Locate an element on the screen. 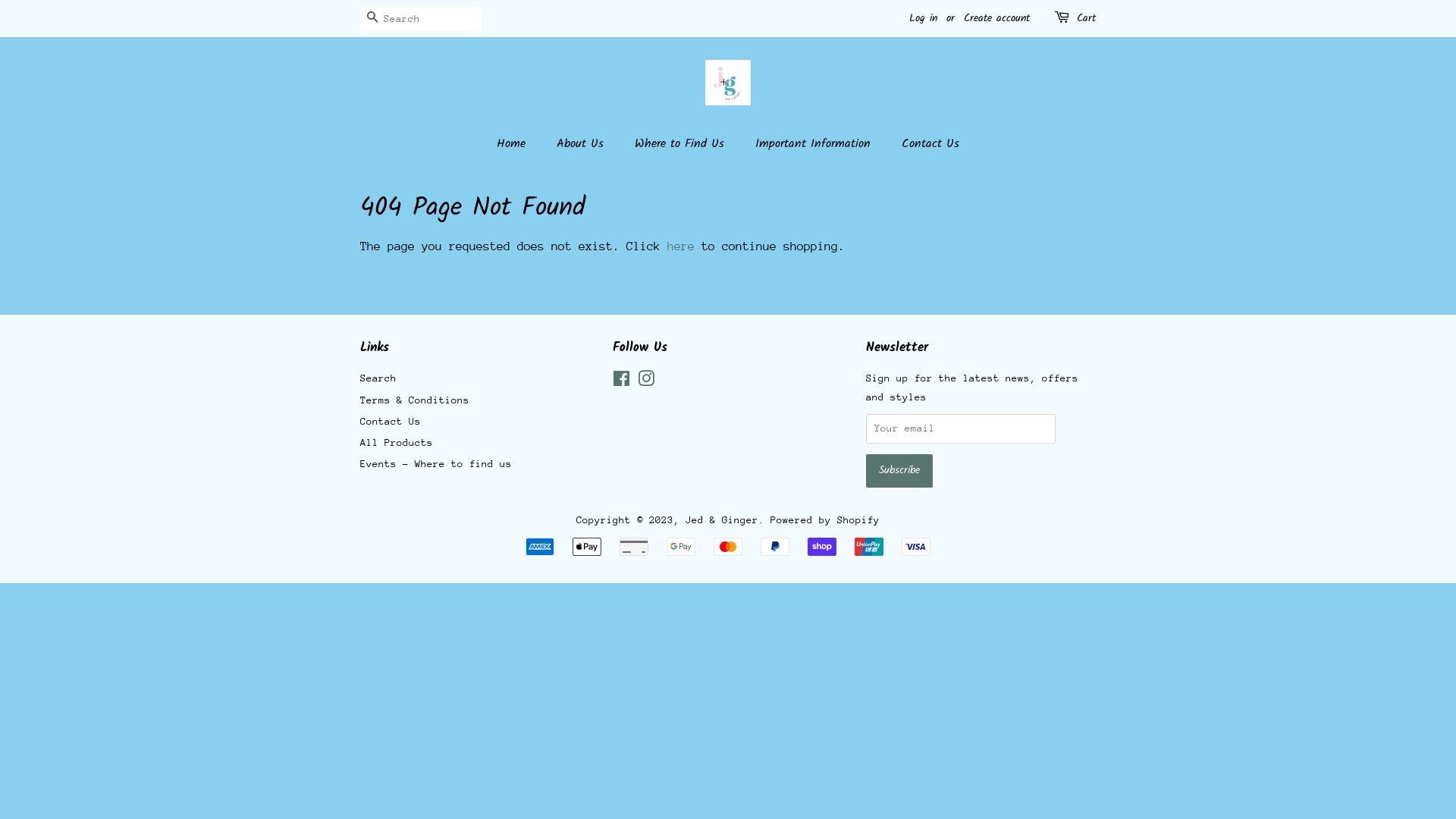 This screenshot has width=1456, height=819. 'About Us' is located at coordinates (581, 143).